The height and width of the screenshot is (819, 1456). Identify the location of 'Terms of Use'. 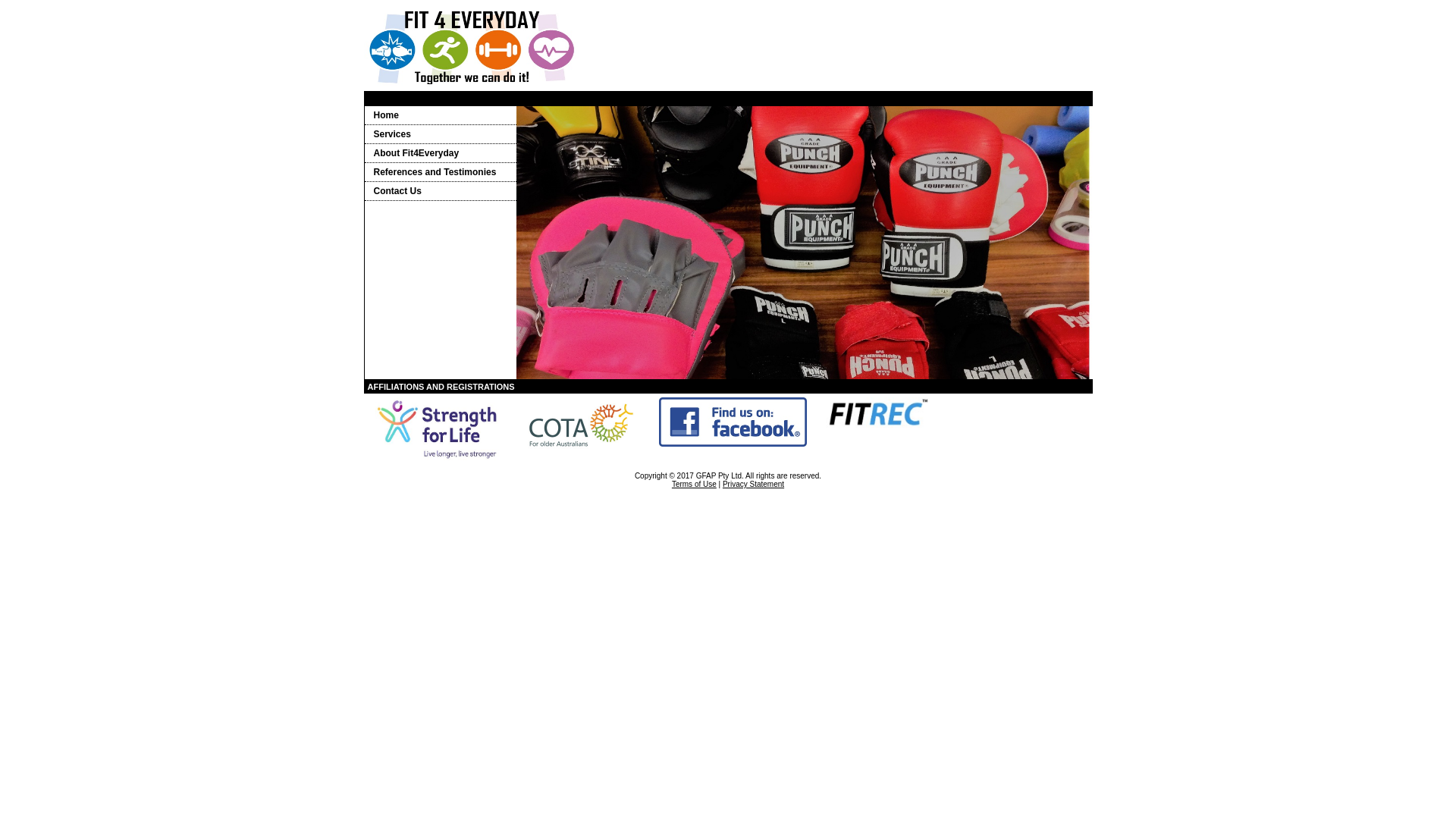
(693, 484).